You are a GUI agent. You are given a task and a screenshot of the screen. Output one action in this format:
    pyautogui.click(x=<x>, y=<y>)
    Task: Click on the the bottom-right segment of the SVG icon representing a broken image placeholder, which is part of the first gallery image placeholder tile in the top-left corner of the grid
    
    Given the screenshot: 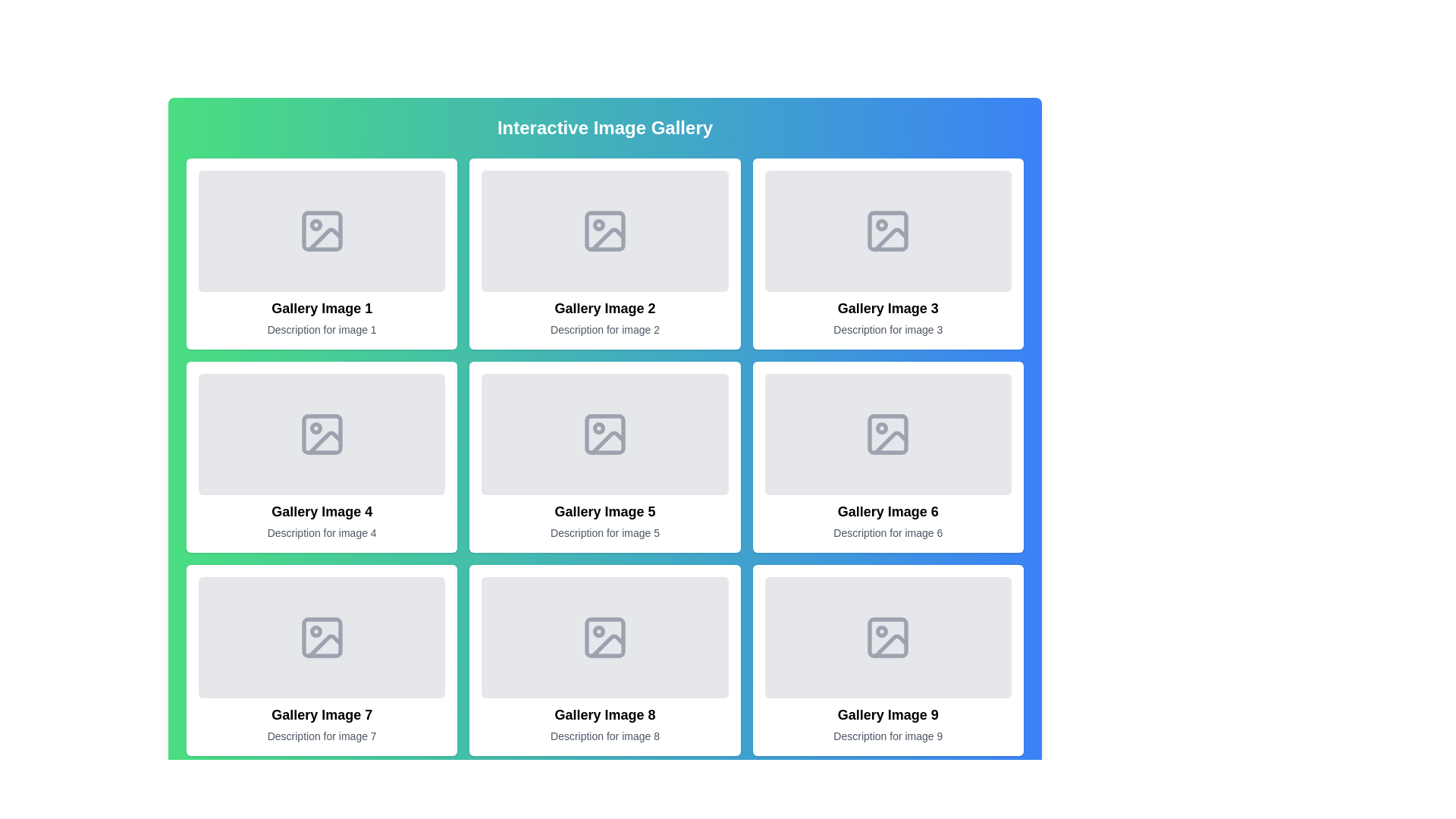 What is the action you would take?
    pyautogui.click(x=324, y=239)
    